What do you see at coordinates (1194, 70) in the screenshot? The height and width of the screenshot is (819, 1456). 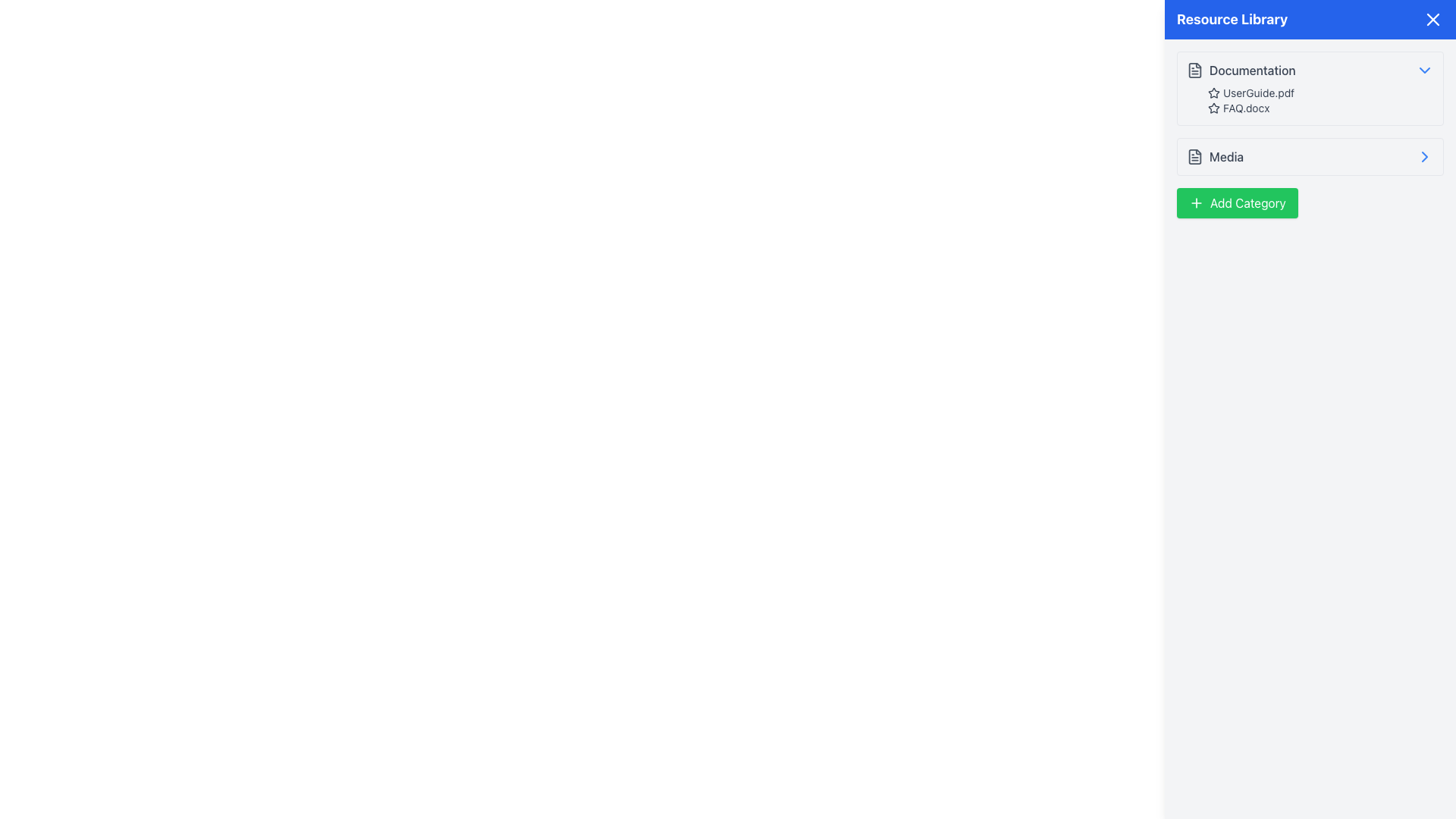 I see `the document icon located to the left of the 'Documentation' label in the Resource Library panel` at bounding box center [1194, 70].